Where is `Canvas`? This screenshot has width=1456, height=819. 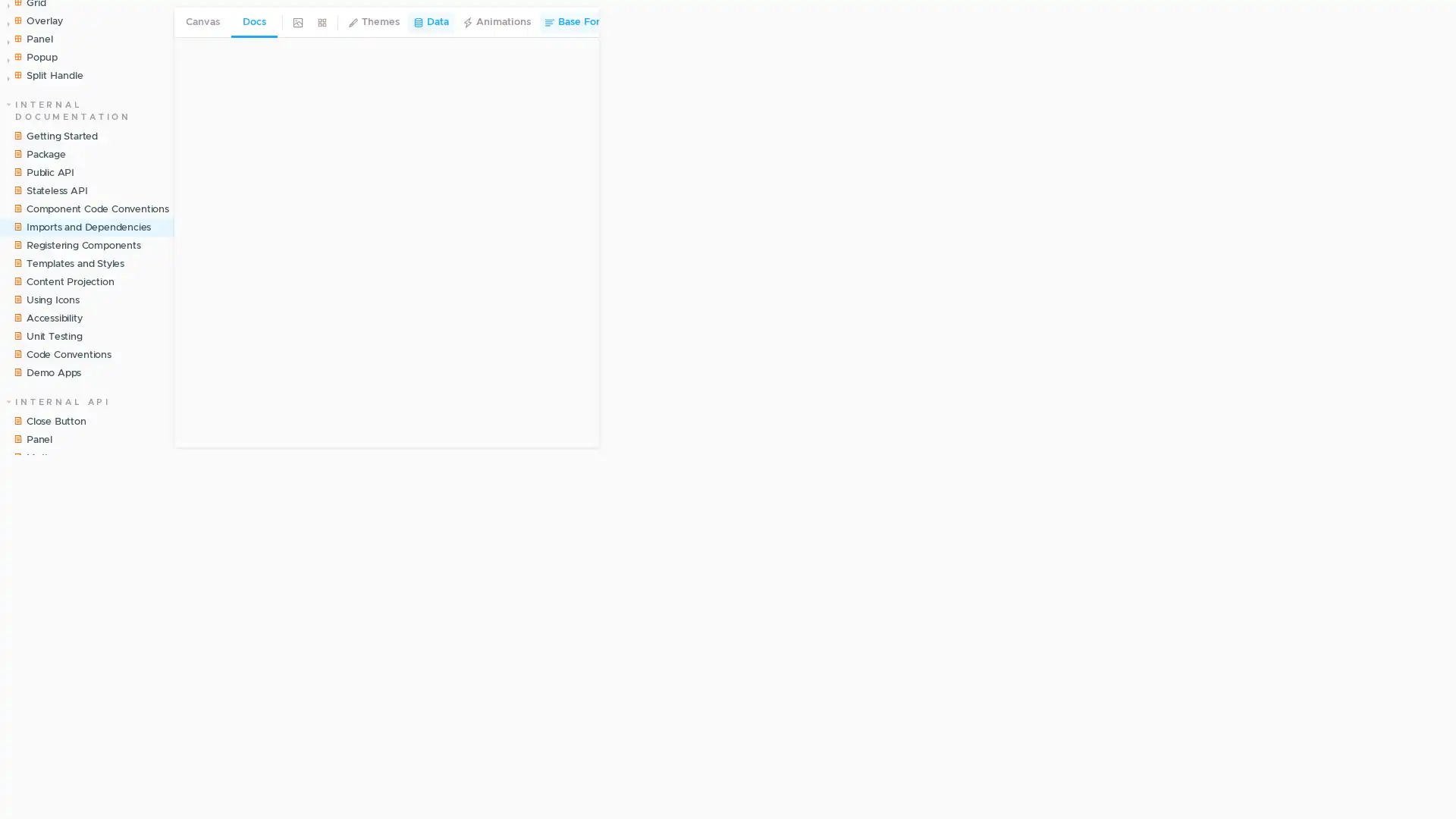 Canvas is located at coordinates (202, 23).